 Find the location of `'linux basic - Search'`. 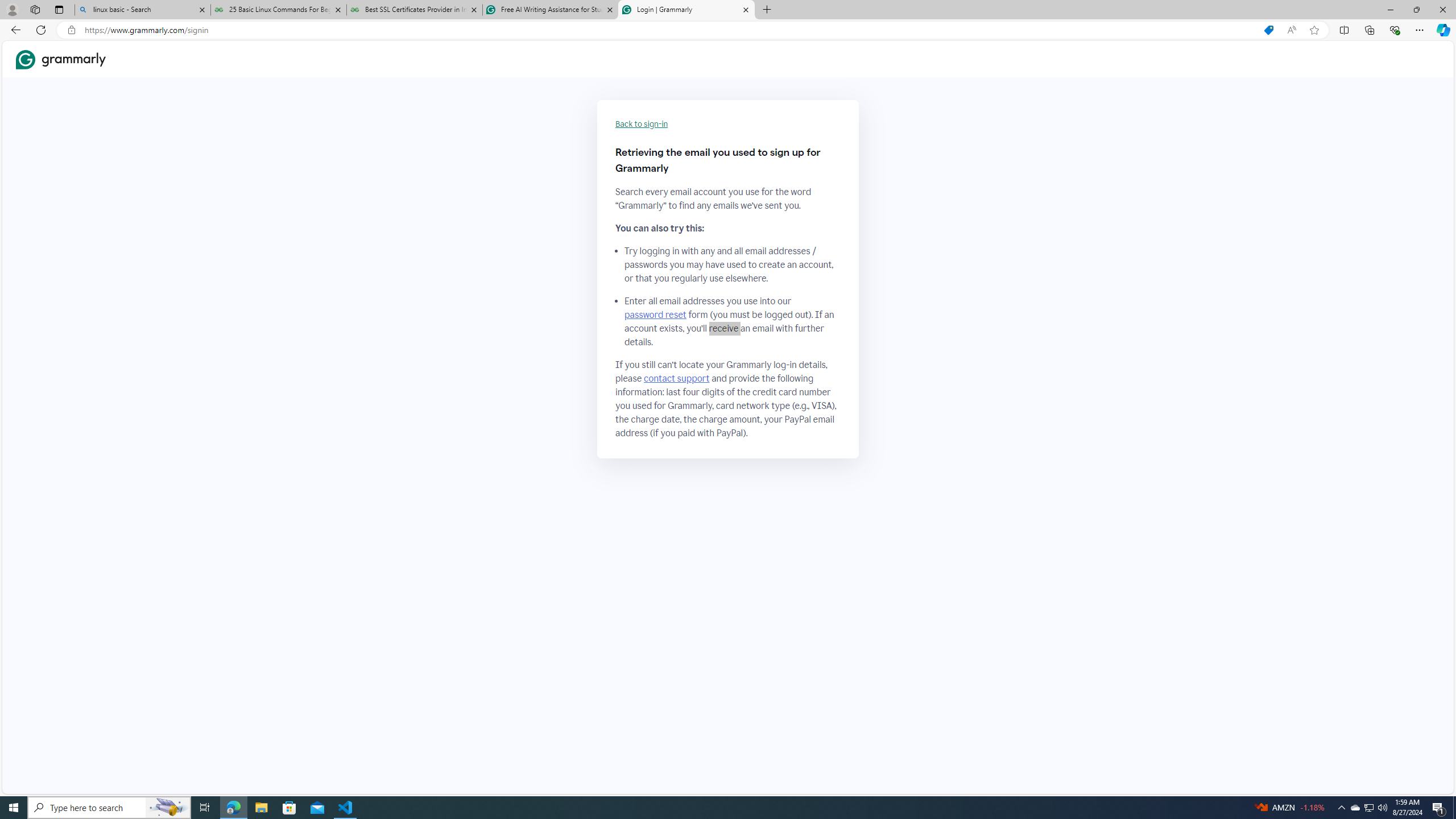

'linux basic - Search' is located at coordinates (142, 9).